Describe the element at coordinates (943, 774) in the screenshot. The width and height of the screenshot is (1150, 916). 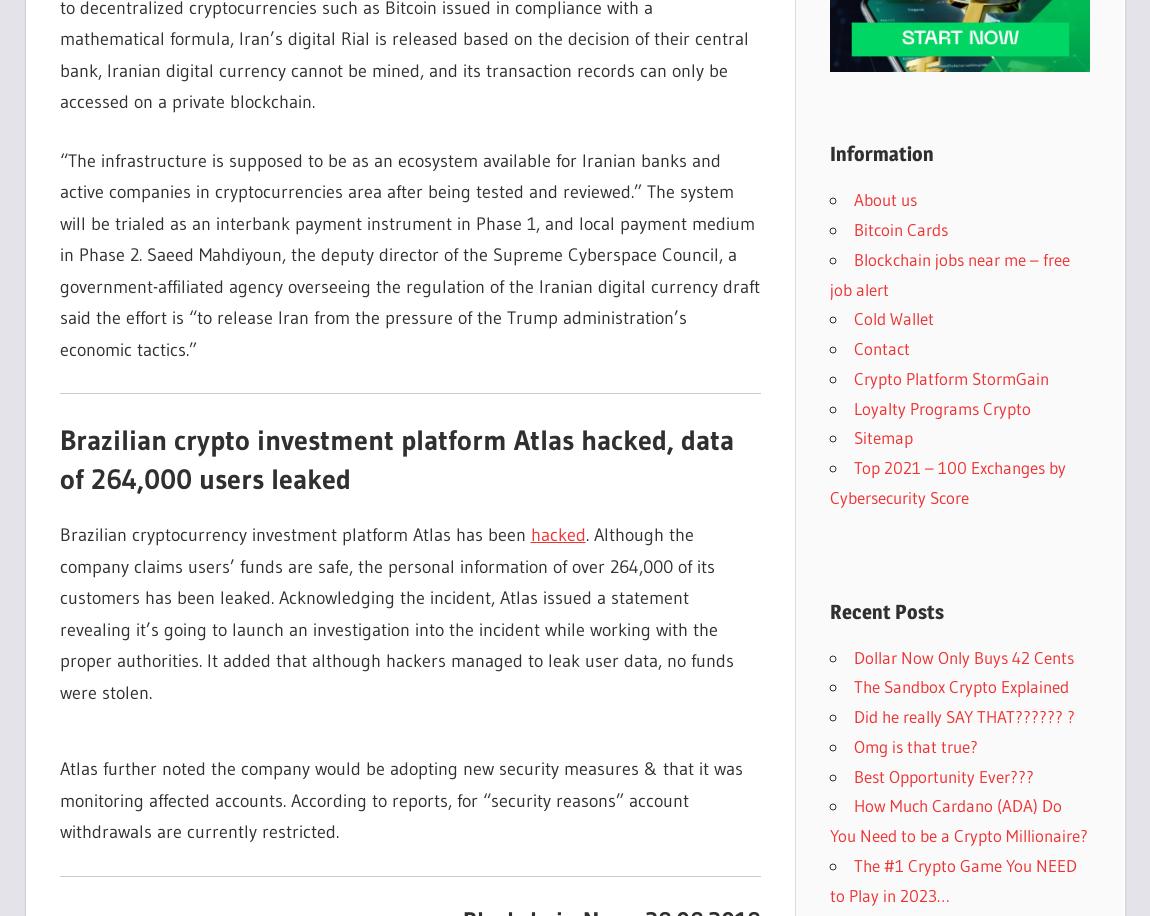
I see `'Best Opportunity Ever???'` at that location.